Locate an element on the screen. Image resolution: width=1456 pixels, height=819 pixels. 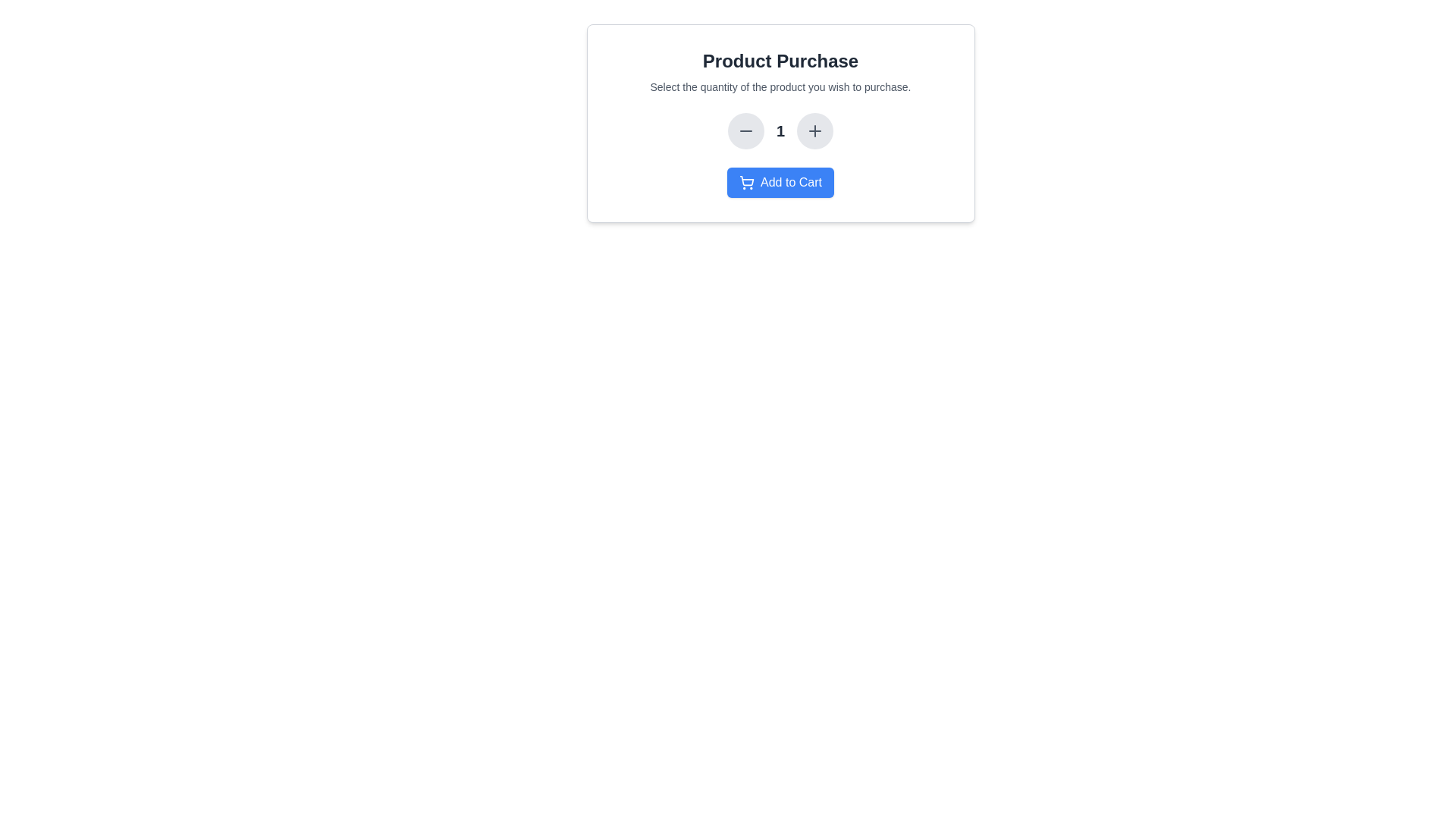
the shopping cart icon styled in line with the 'Add to Cart' button's blue background, located to the left of the 'Add to Cart' text is located at coordinates (746, 181).